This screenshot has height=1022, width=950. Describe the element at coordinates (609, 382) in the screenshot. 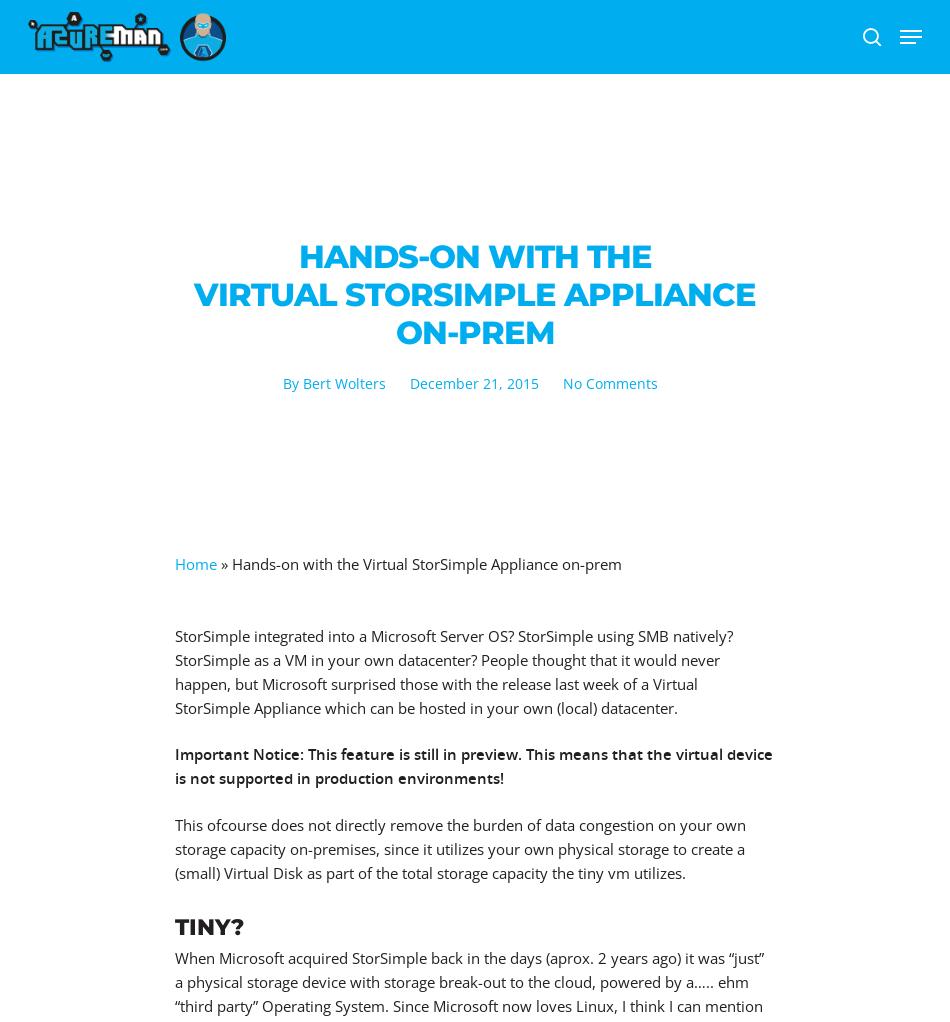

I see `'No Comments'` at that location.